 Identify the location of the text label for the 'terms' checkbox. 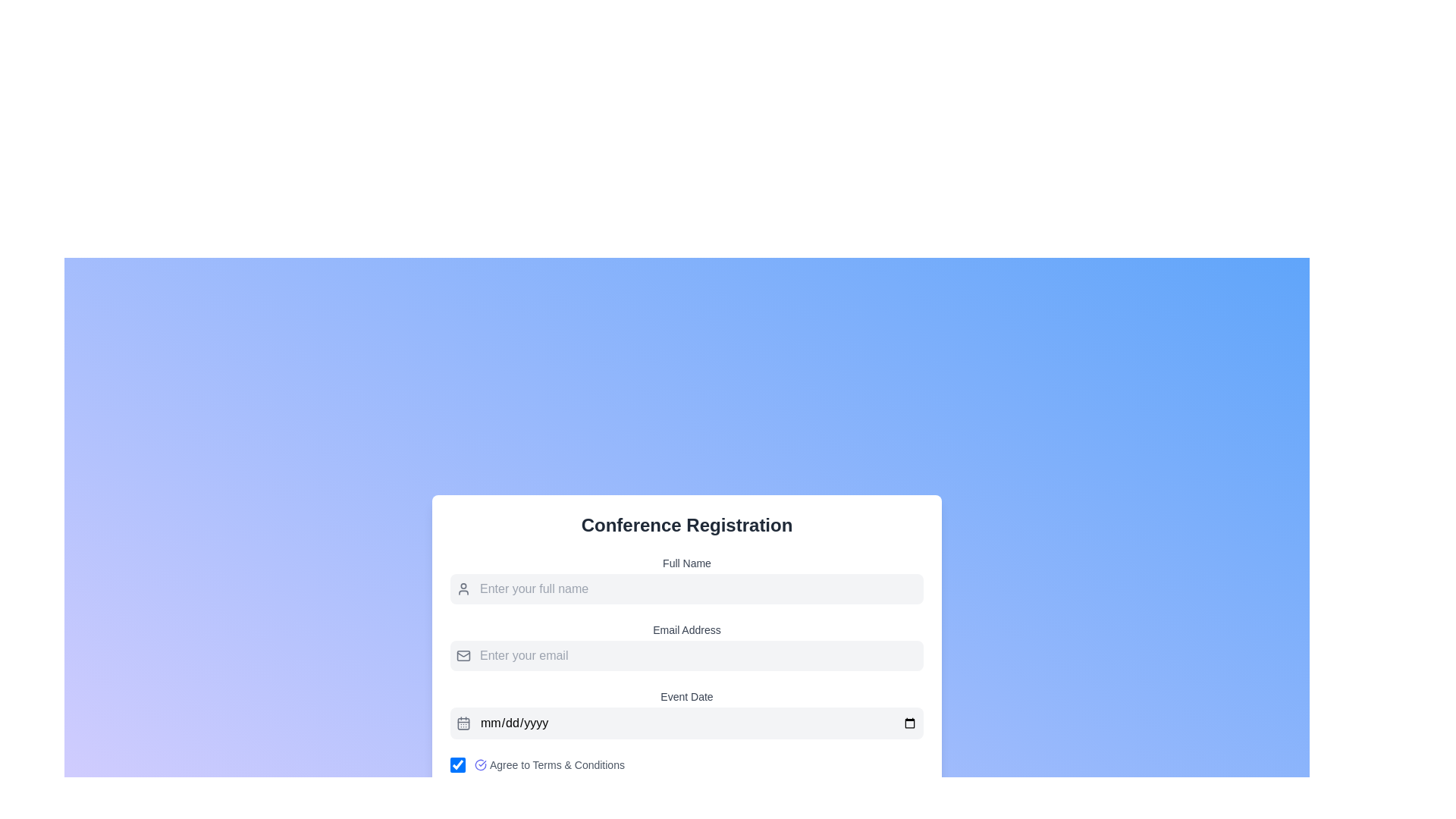
(548, 765).